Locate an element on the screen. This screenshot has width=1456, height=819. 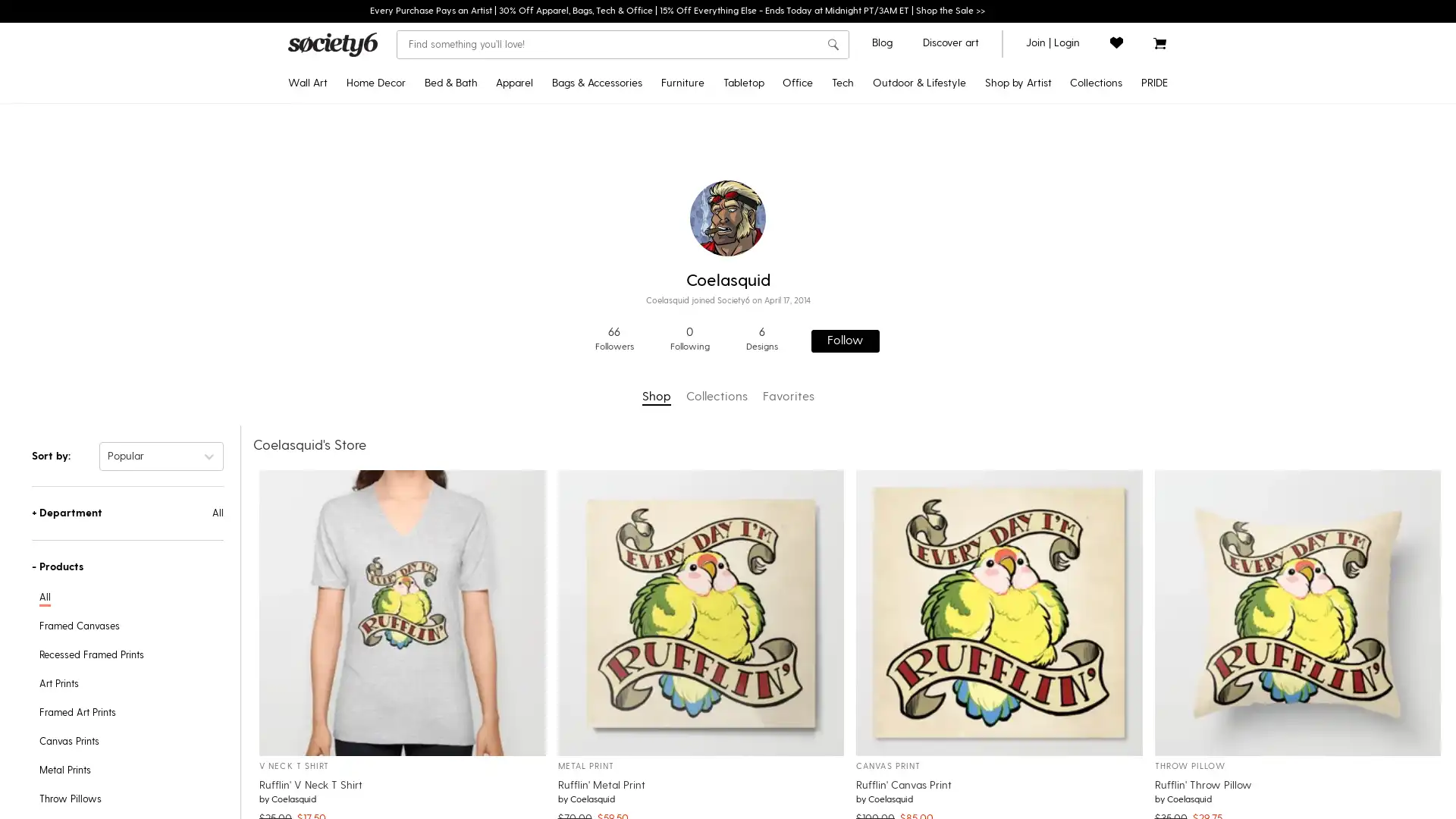
Coasters is located at coordinates (771, 243).